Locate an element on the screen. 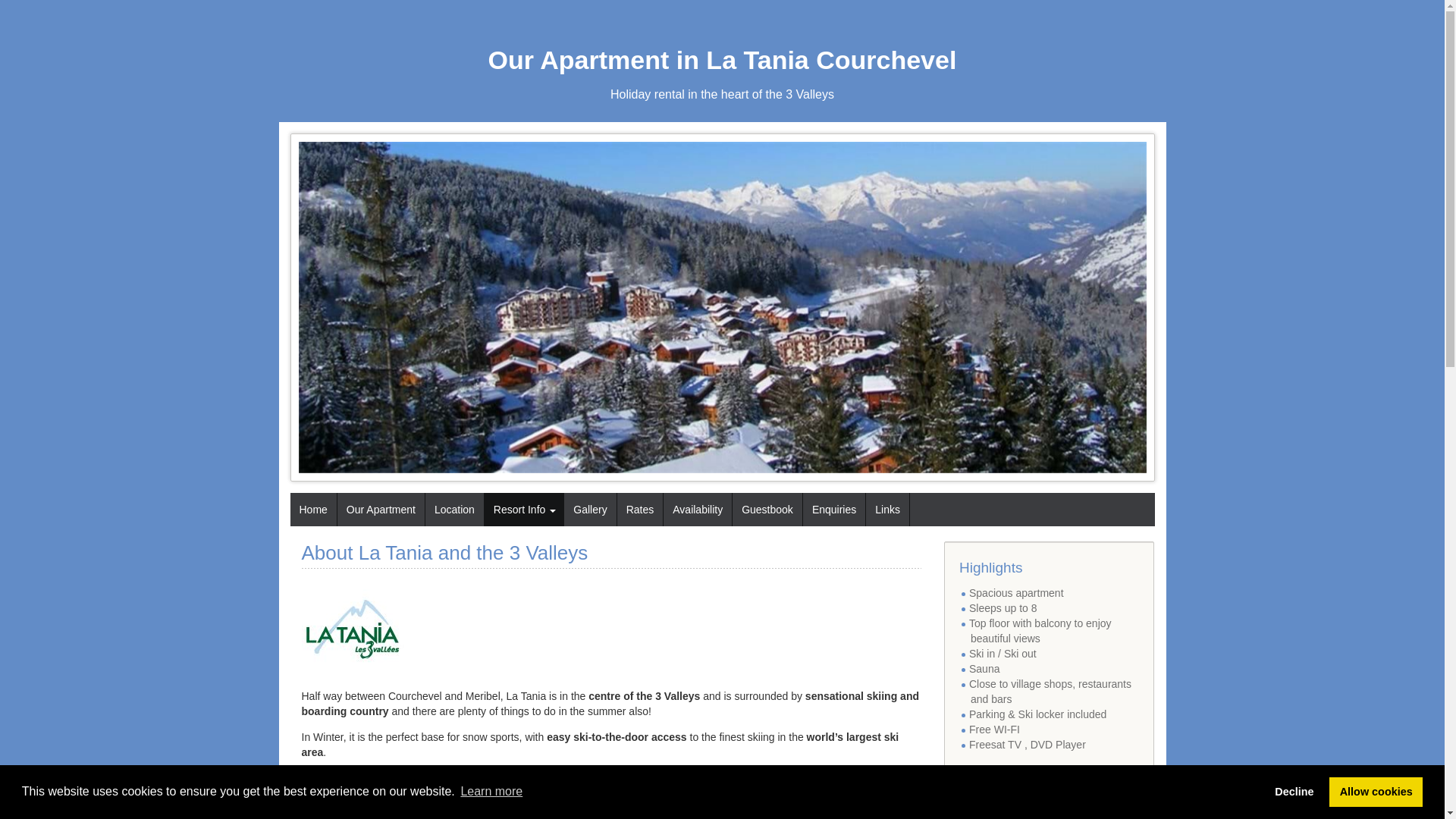  'Enquiries' is located at coordinates (833, 509).